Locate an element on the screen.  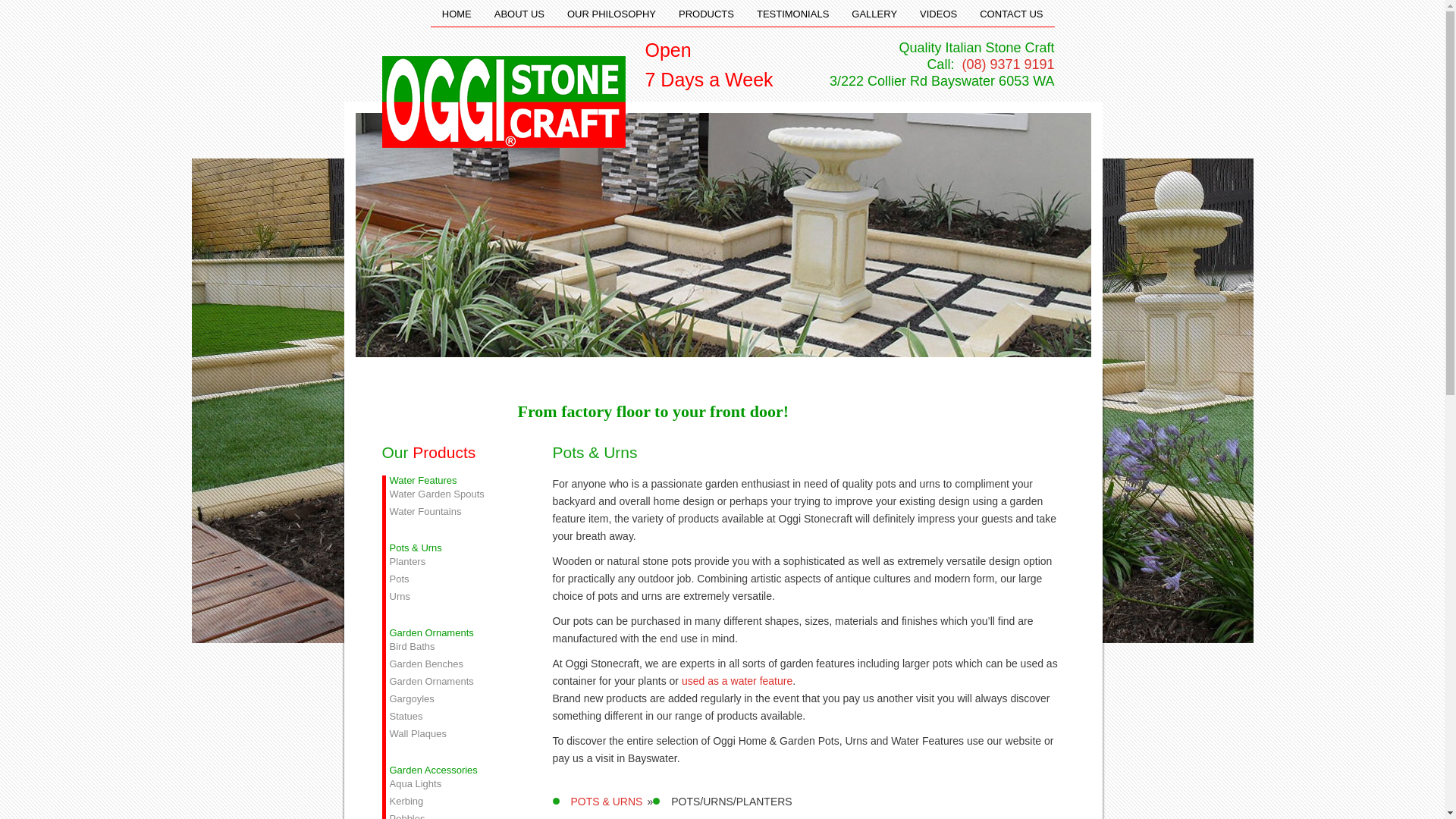
'POTS & URNS' is located at coordinates (605, 800).